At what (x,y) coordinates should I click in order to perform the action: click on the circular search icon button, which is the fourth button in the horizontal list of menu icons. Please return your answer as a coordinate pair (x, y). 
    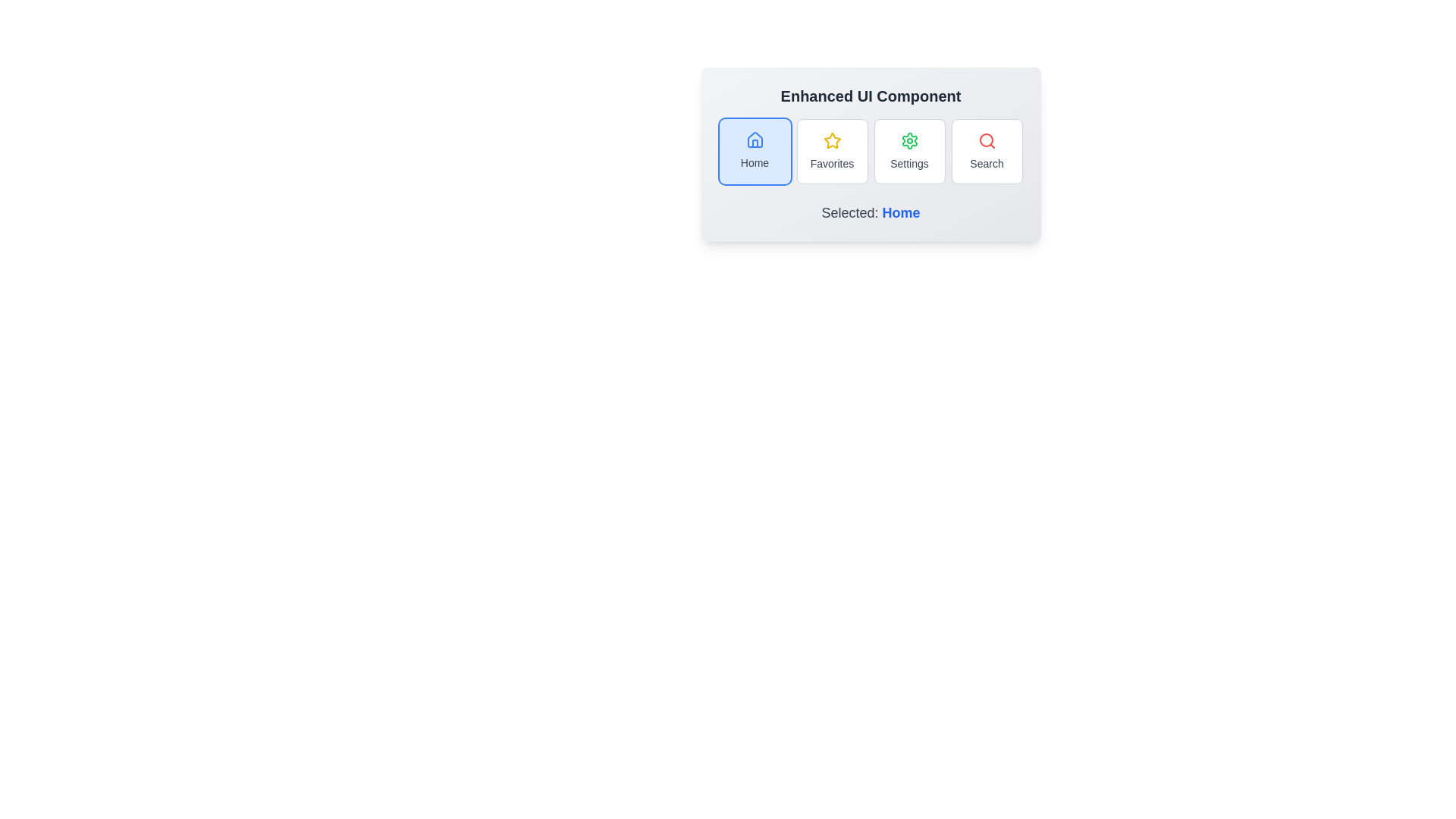
    Looking at the image, I should click on (986, 140).